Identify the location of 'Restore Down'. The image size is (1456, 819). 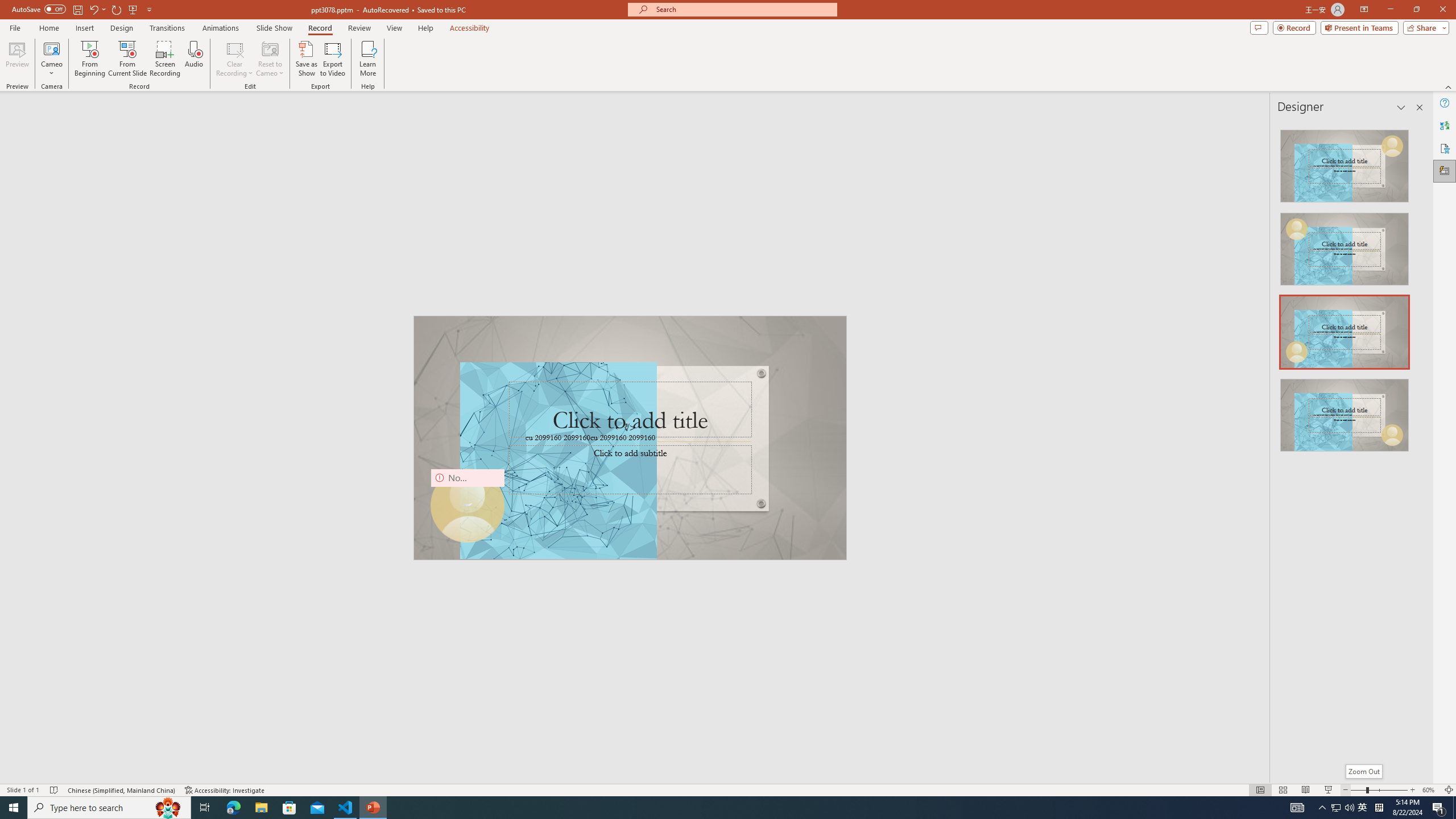
(1416, 9).